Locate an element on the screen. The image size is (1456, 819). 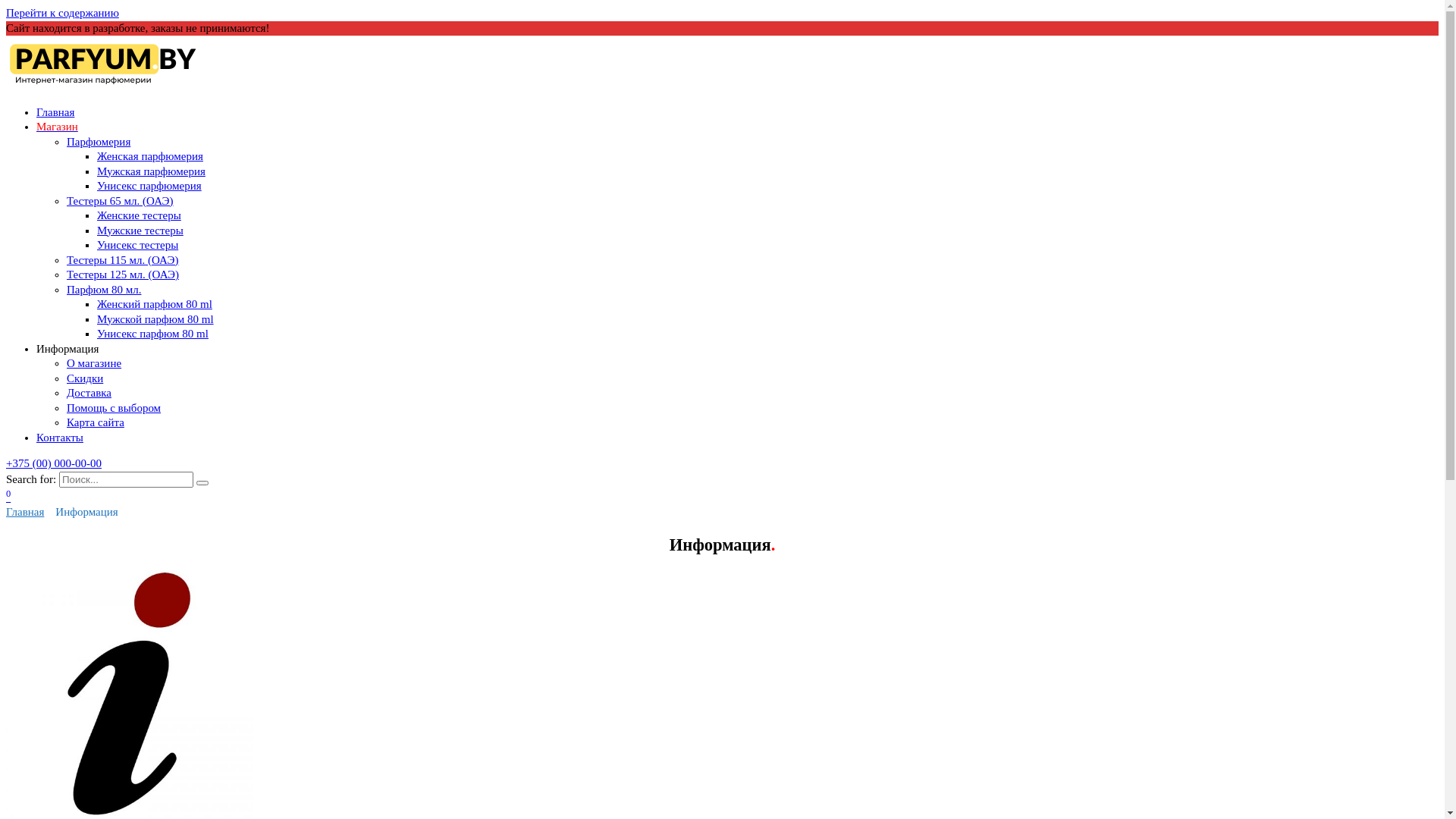
'0' is located at coordinates (6, 497).